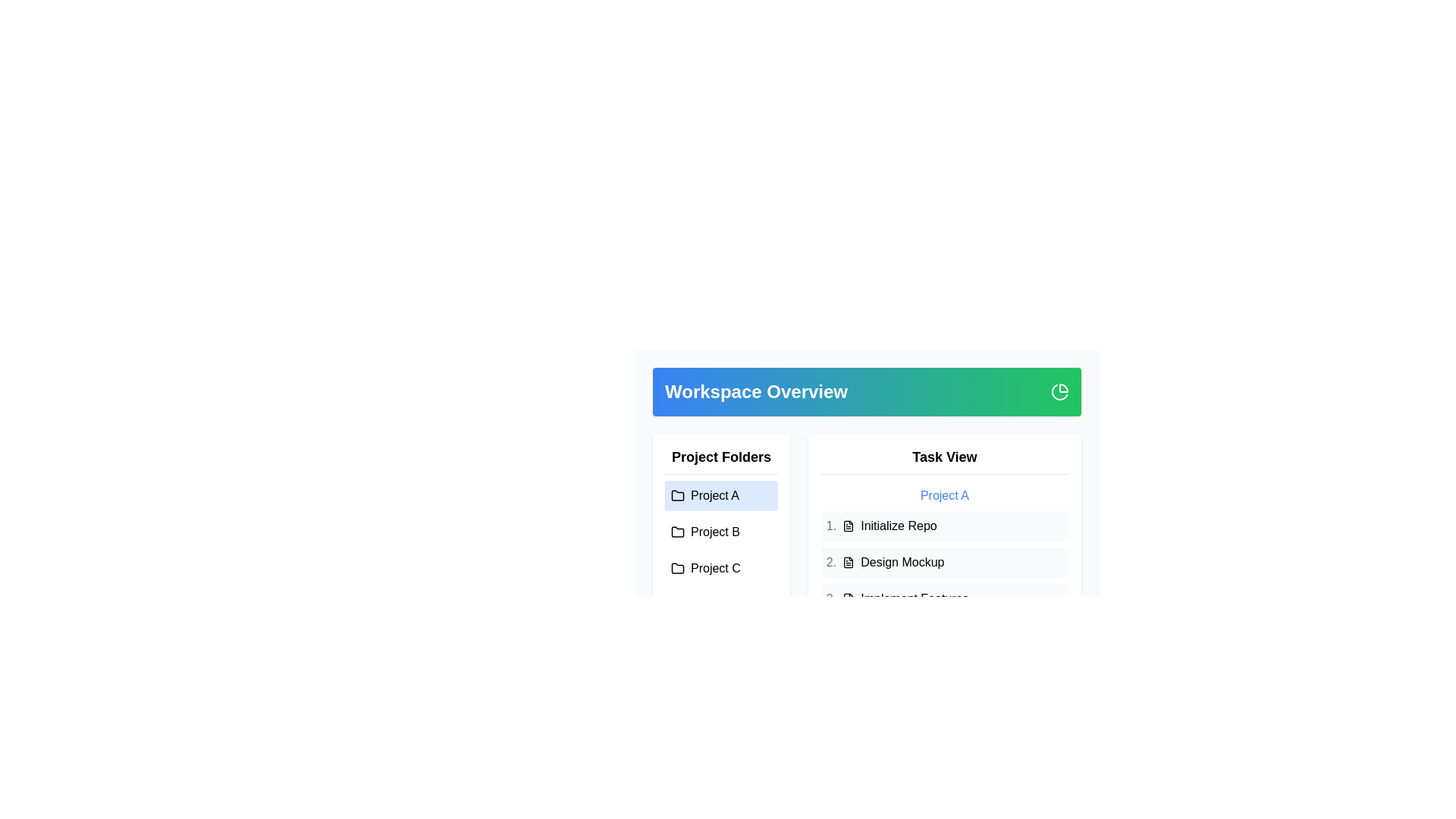 Image resolution: width=1456 pixels, height=819 pixels. Describe the element at coordinates (943, 460) in the screenshot. I see `text from the header that serves as the title for the 'Task View' section, positioned at the top-center of the panel above 'Project A'` at that location.